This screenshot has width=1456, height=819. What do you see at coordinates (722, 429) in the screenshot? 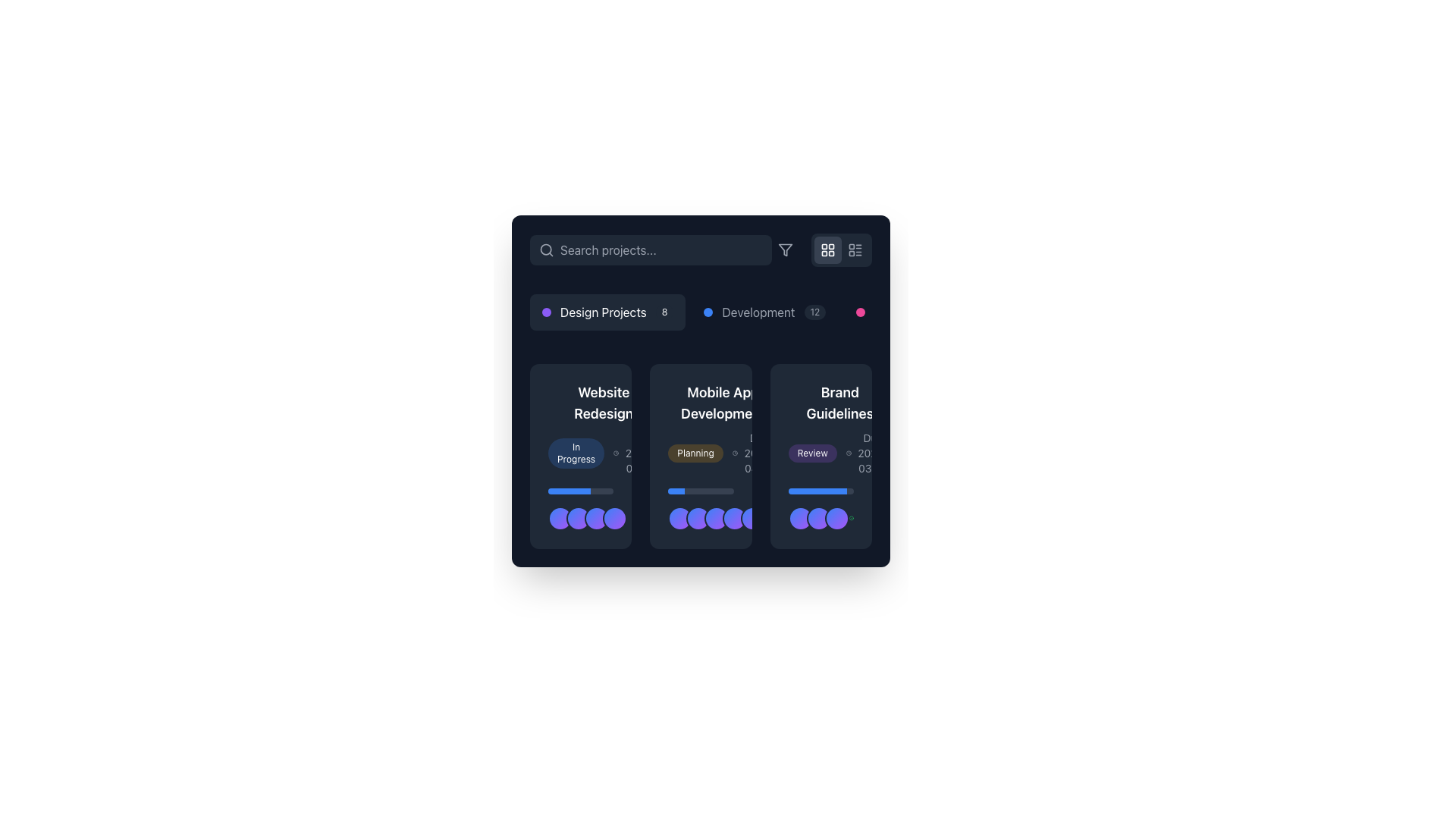
I see `the text display element that shows 'Mobile App Development' with a bold, white font and a smaller 'Planning' status below it, which is enclosed in a rounded amber rectangle` at bounding box center [722, 429].